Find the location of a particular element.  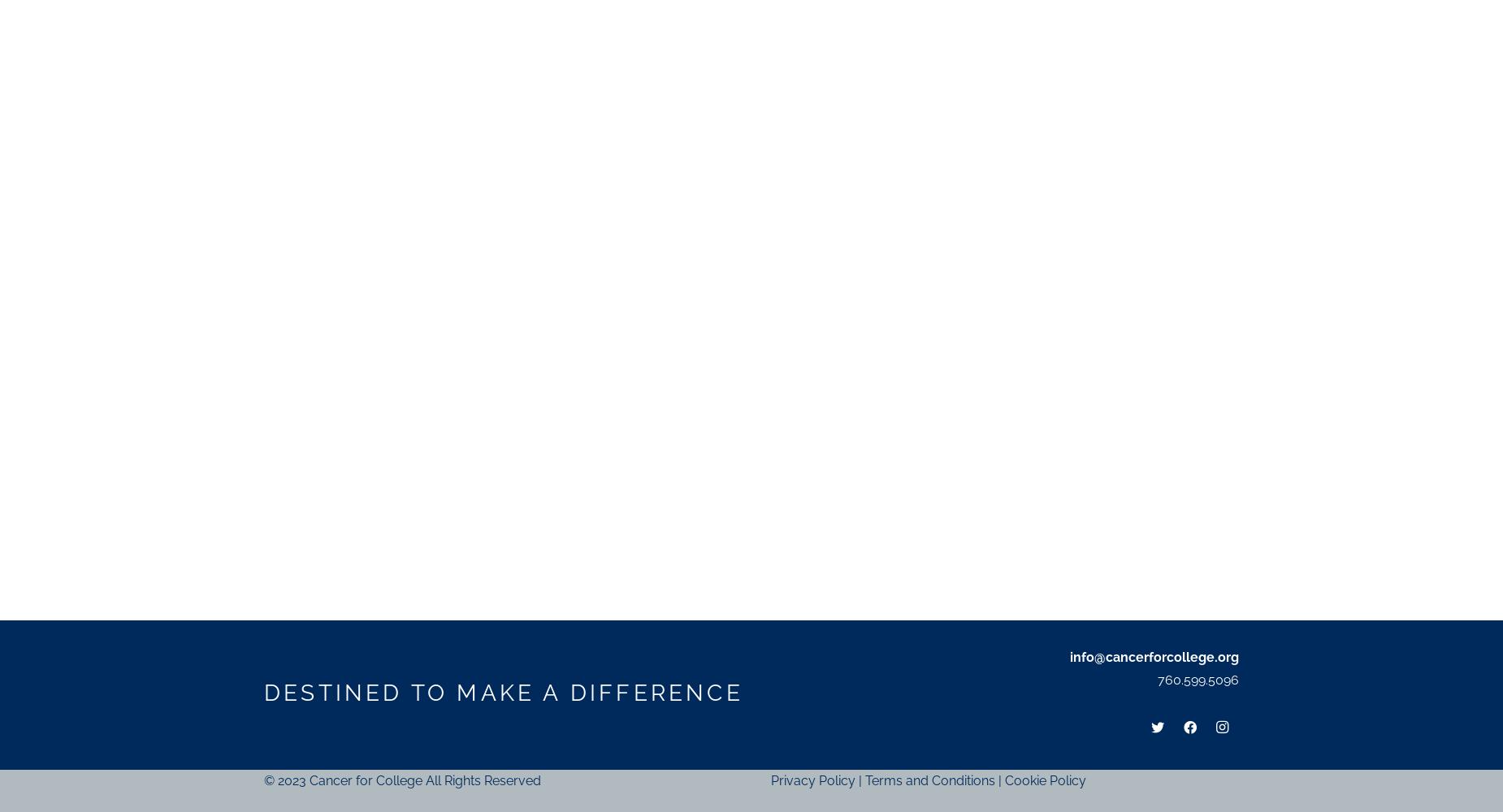

'DESTINED TO MAKE A DIFFERENCE' is located at coordinates (503, 692).